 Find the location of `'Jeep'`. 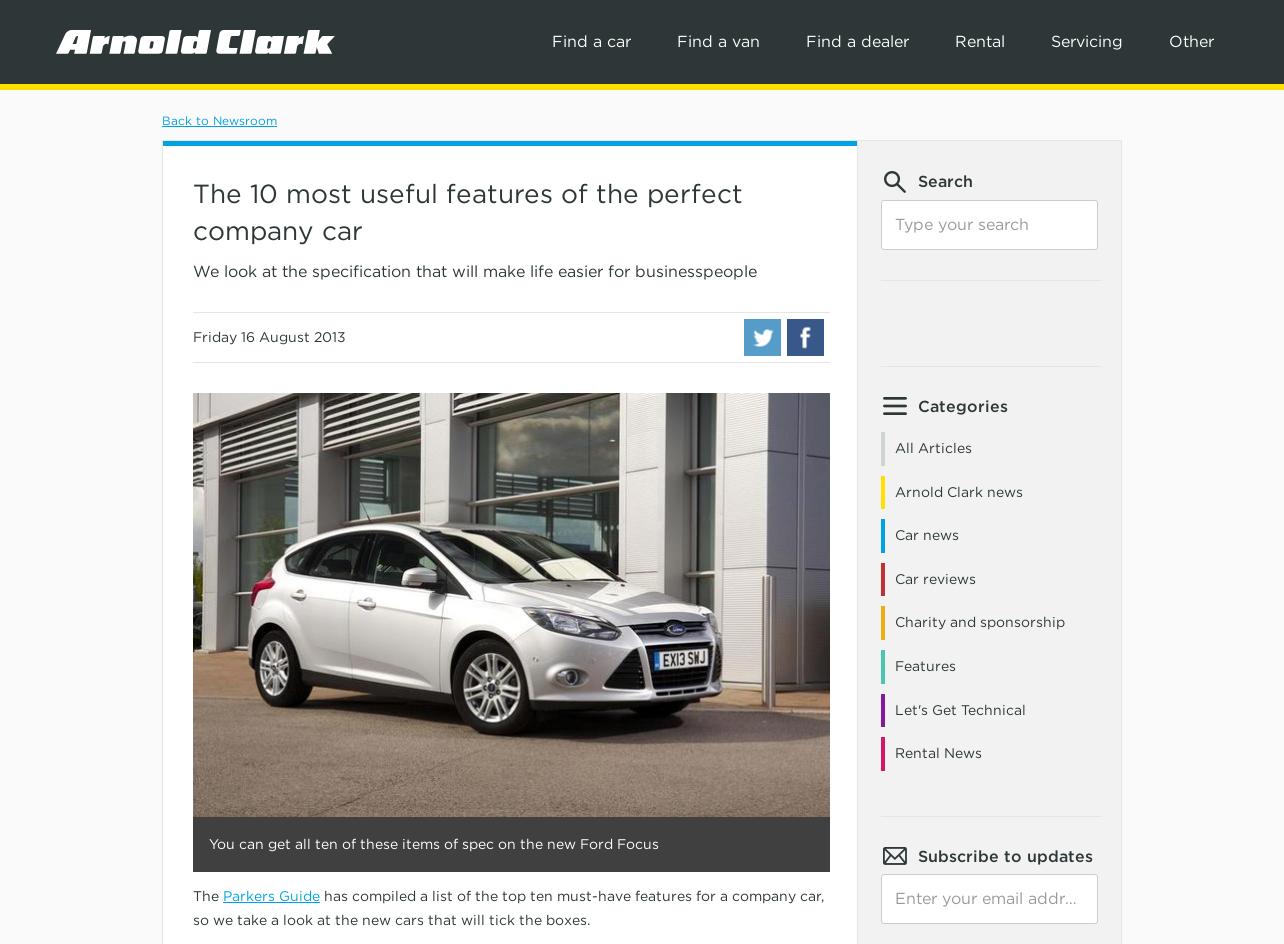

'Jeep' is located at coordinates (500, 337).